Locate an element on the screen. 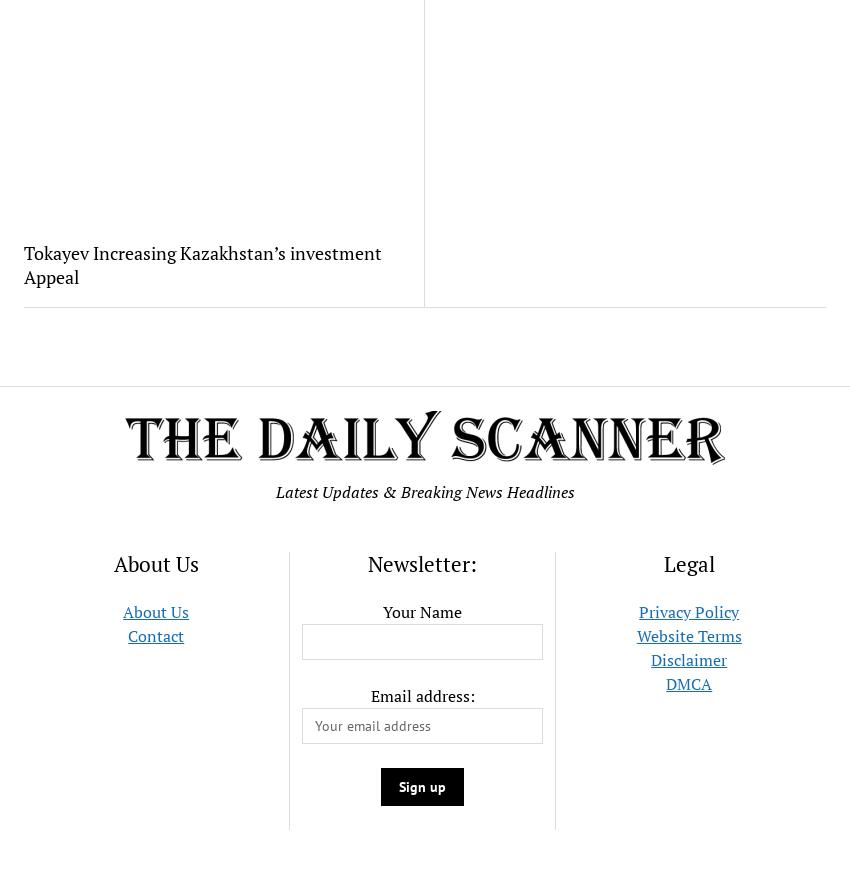  'Legal' is located at coordinates (687, 563).